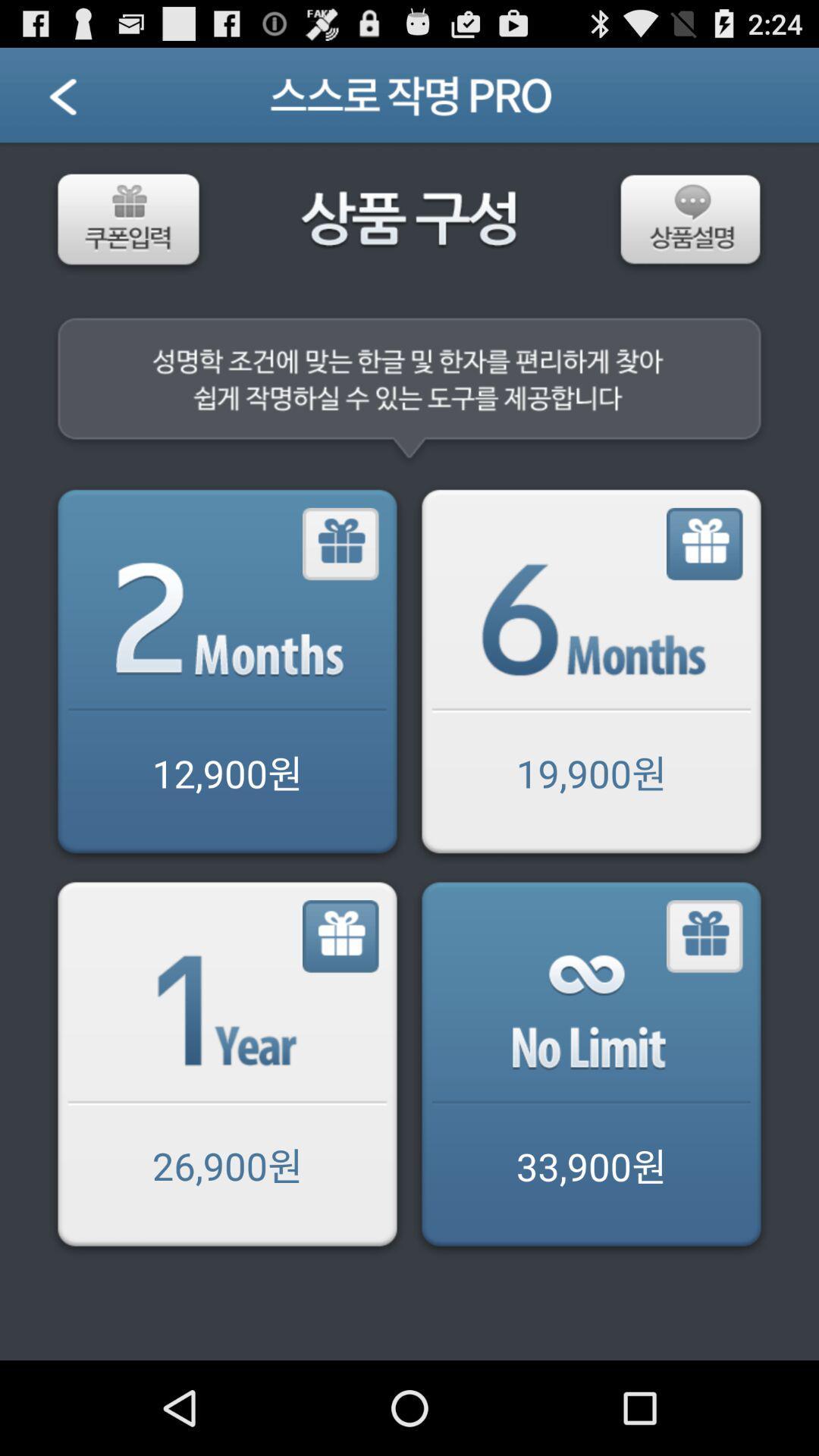 The height and width of the screenshot is (1456, 819). Describe the element at coordinates (341, 544) in the screenshot. I see `share the article` at that location.